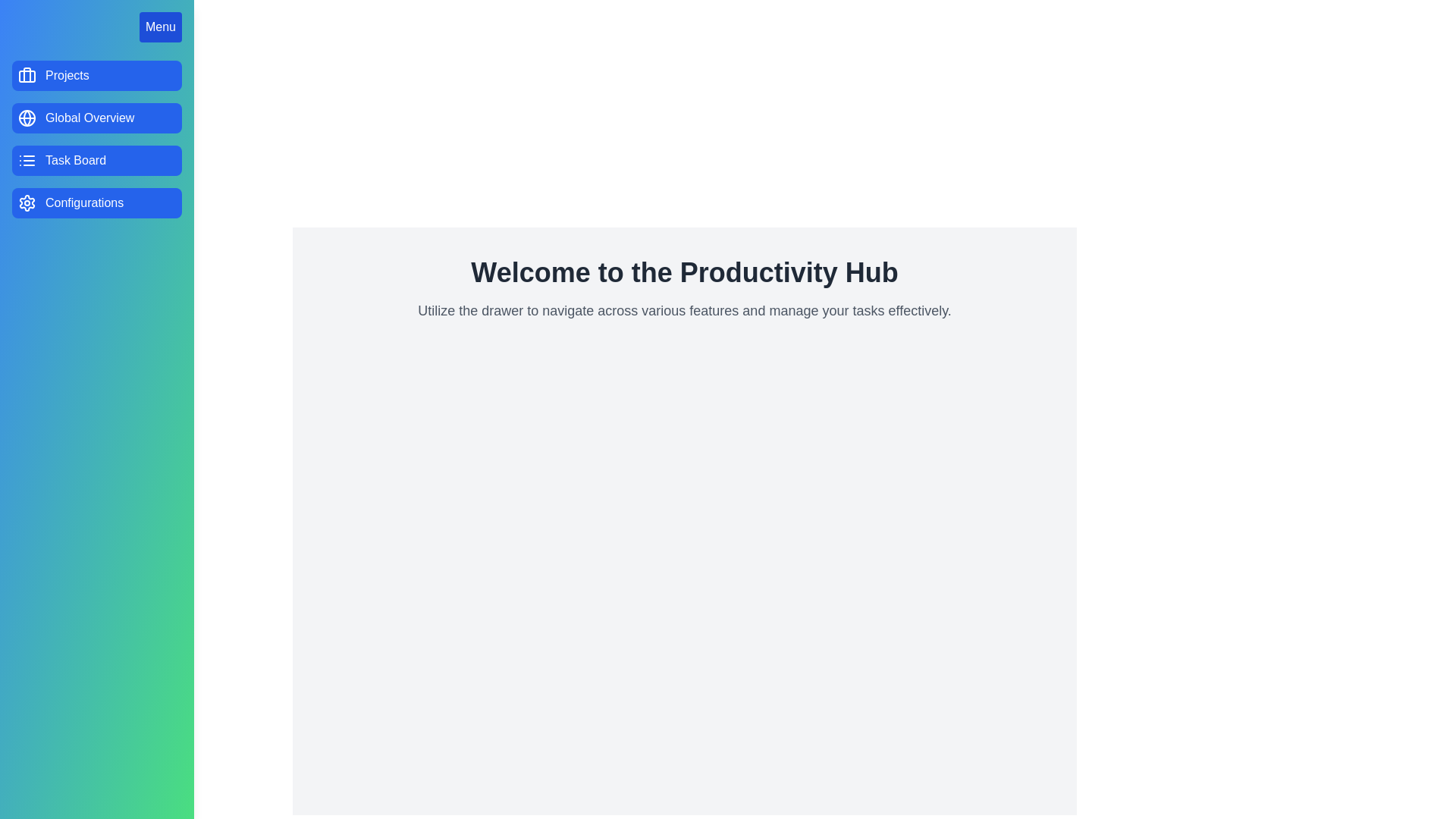 The image size is (1456, 819). What do you see at coordinates (96, 202) in the screenshot?
I see `the menu option Configurations to provide visual feedback` at bounding box center [96, 202].